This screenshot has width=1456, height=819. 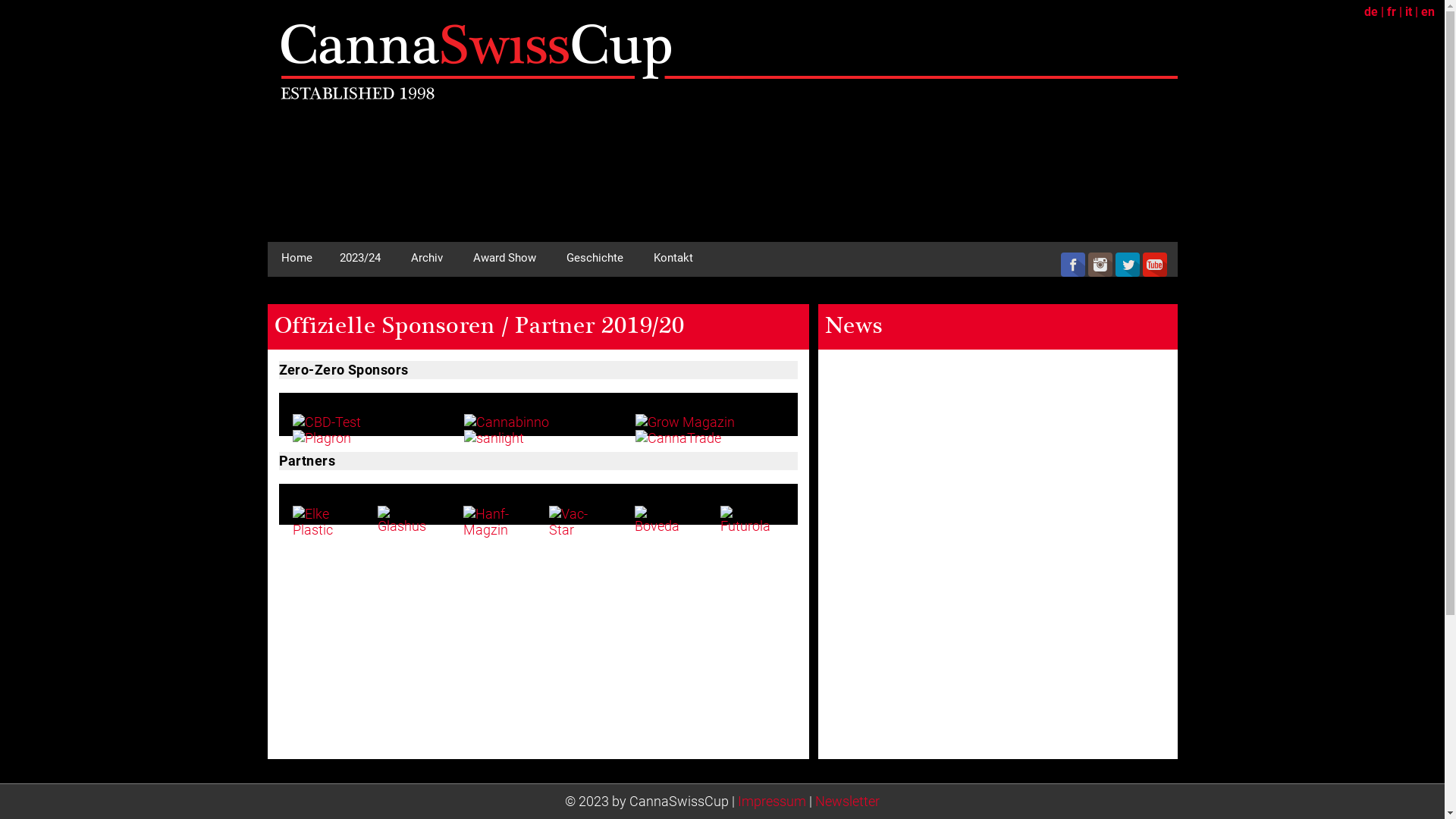 I want to click on 'Award Show', so click(x=504, y=256).